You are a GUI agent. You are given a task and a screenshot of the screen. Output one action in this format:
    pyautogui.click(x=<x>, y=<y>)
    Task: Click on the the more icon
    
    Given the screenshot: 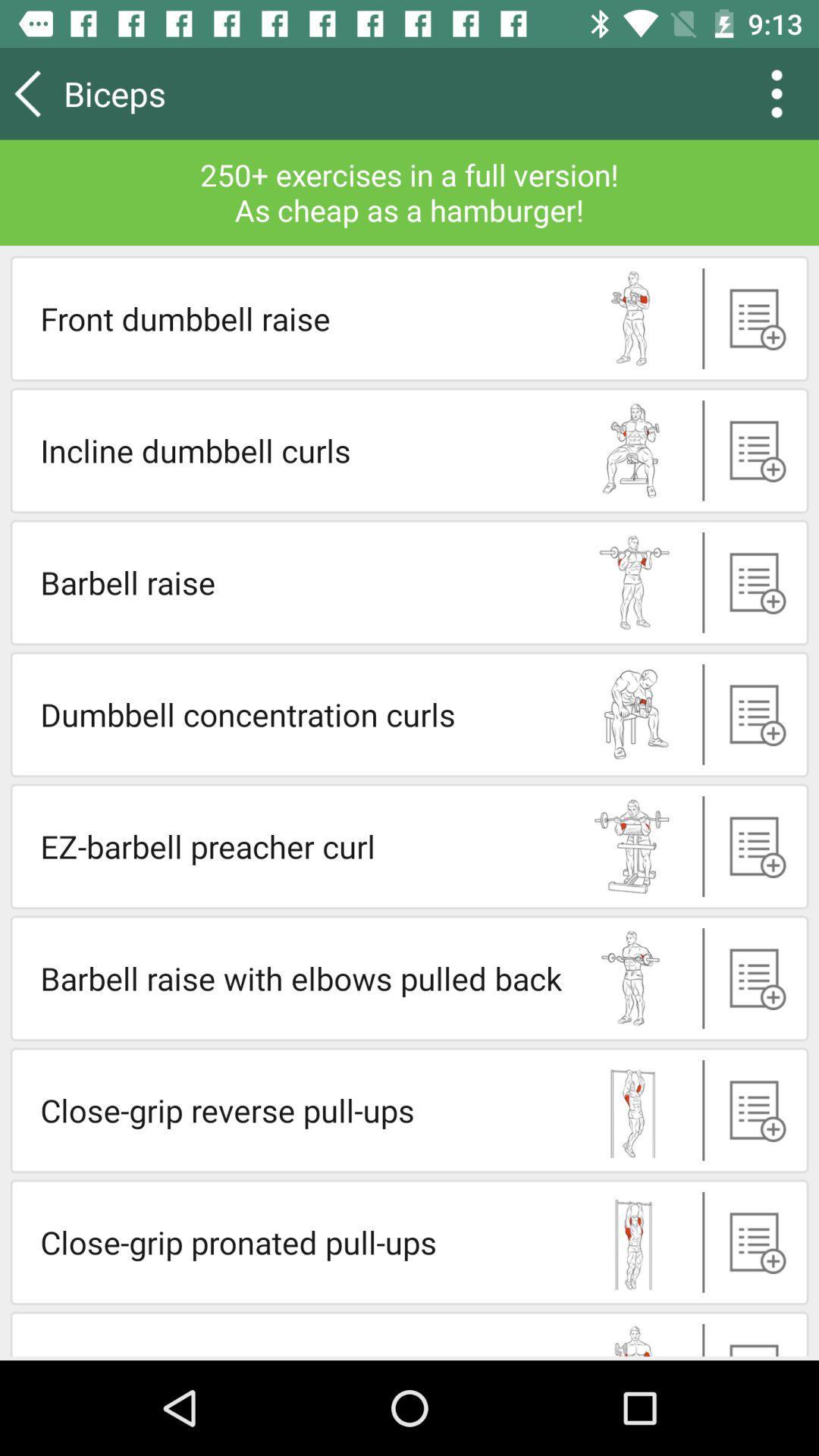 What is the action you would take?
    pyautogui.click(x=782, y=93)
    